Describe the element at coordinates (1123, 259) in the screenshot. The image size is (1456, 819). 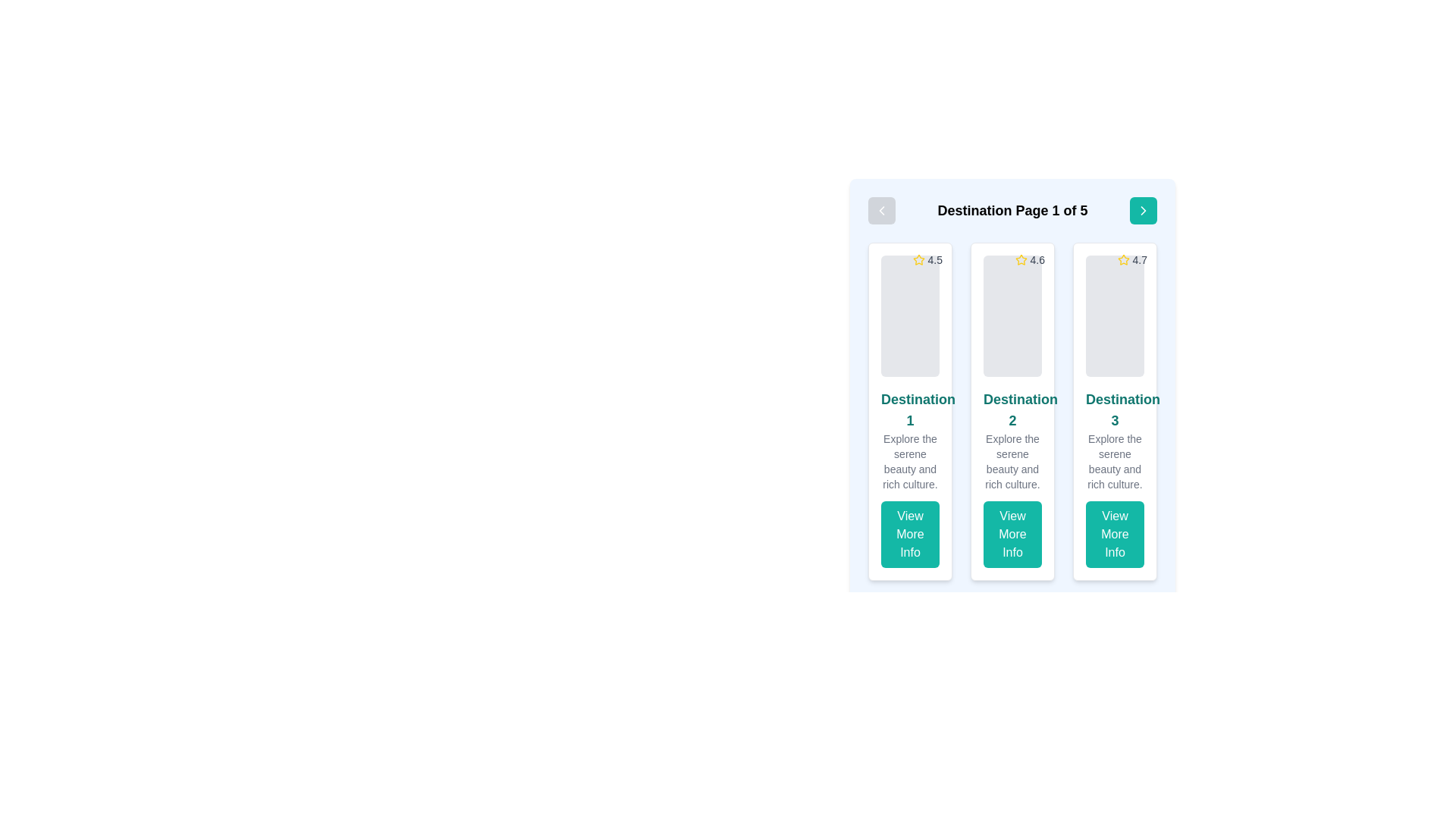
I see `the yellow star-shaped icon indicating a rating of '4.7'` at that location.